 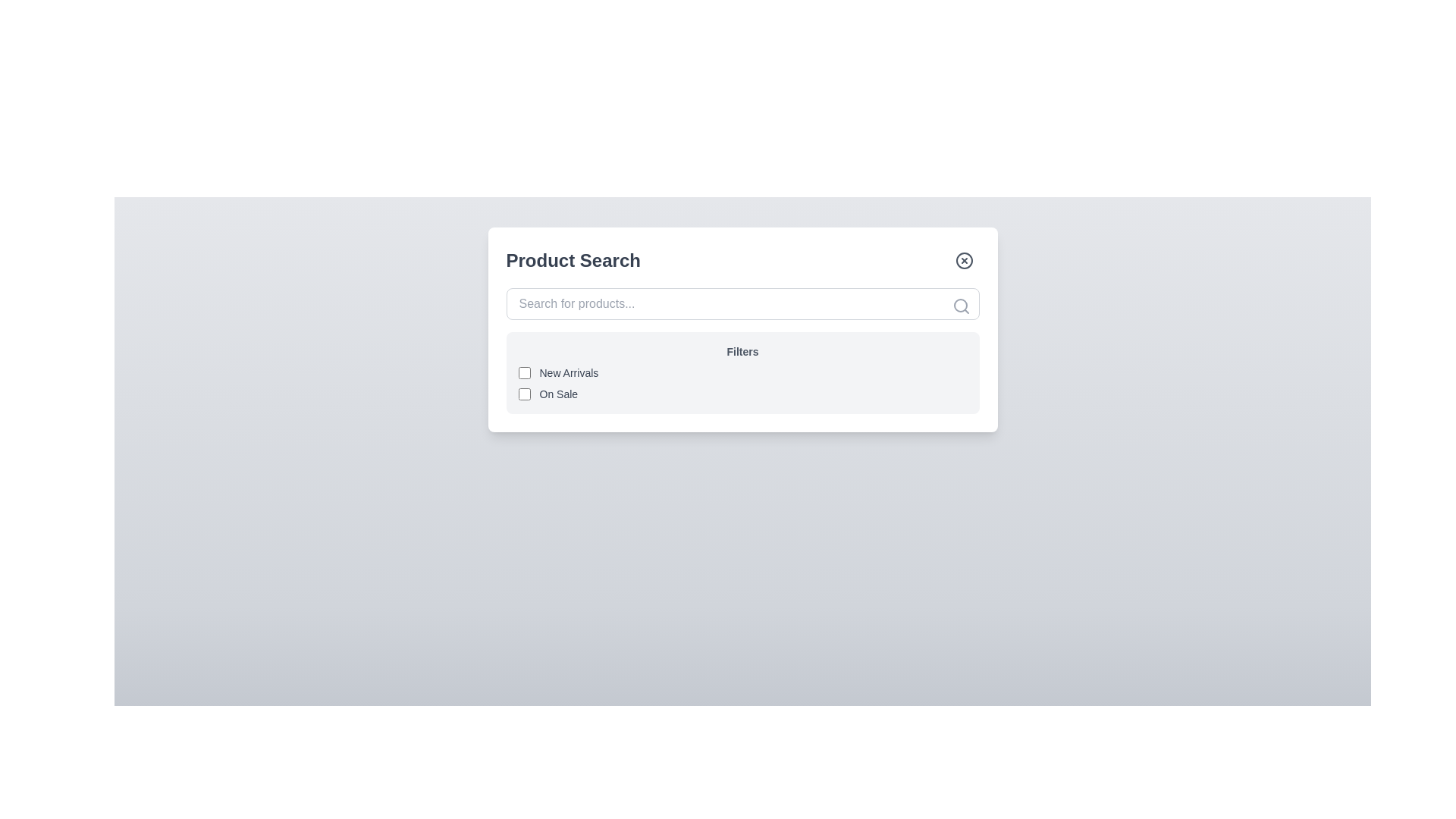 What do you see at coordinates (959, 305) in the screenshot?
I see `the circular graphical element of the magnifying glass icon located at the upper right corner of the search input bar in the 'Product Search' UI` at bounding box center [959, 305].